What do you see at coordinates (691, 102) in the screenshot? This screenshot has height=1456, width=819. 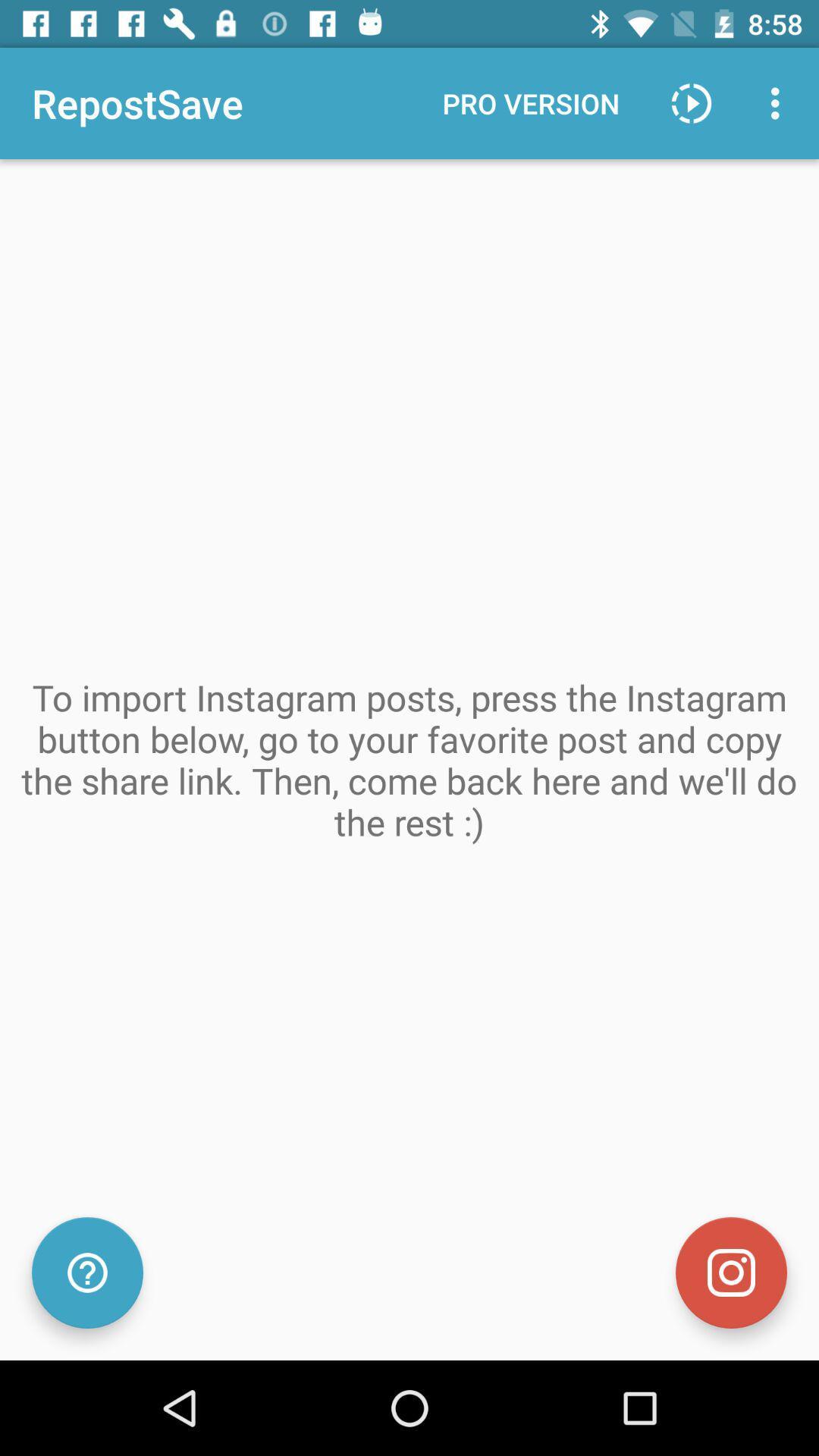 I see `item next to pro version icon` at bounding box center [691, 102].